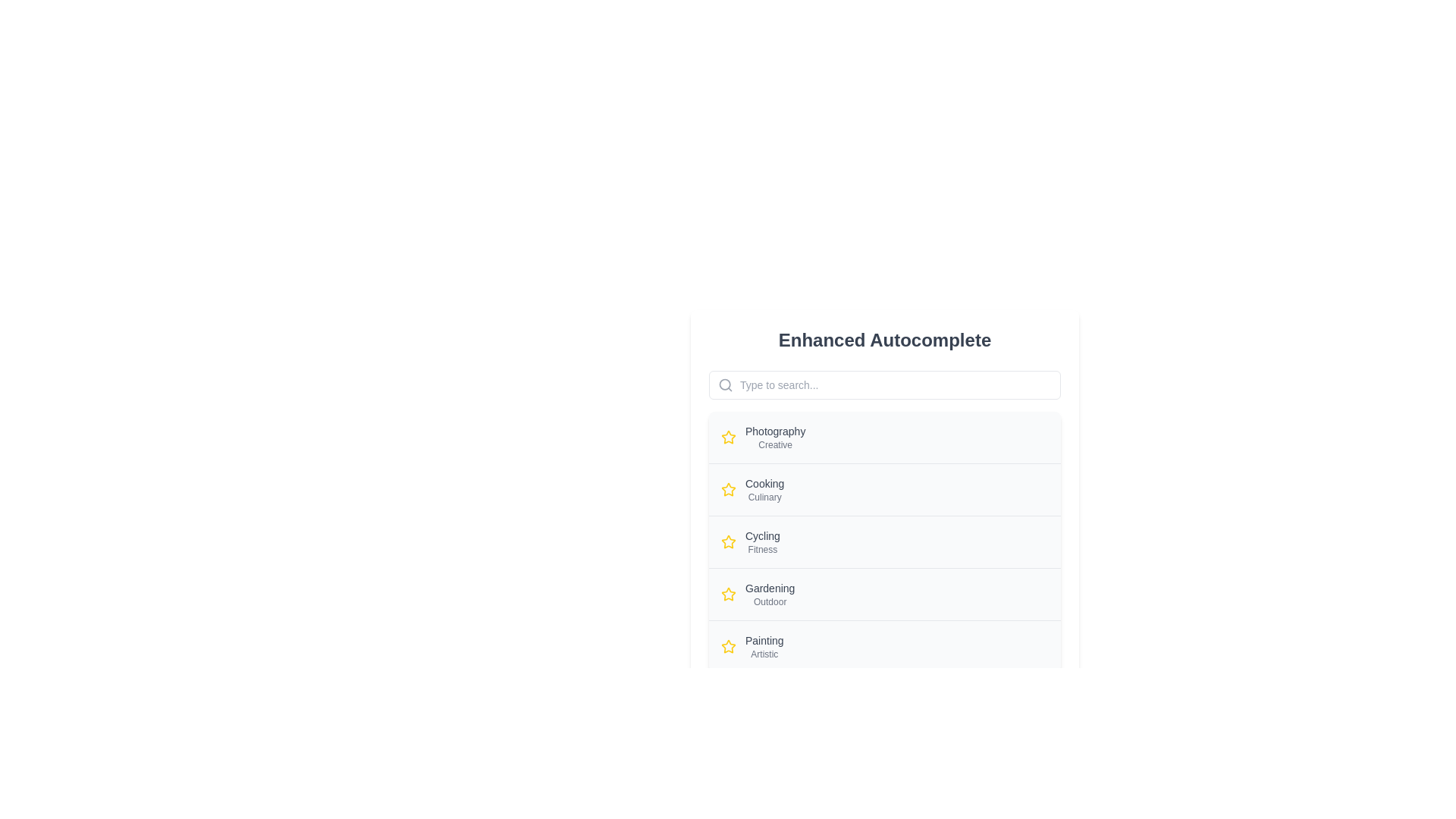  What do you see at coordinates (764, 640) in the screenshot?
I see `the Text Label positioned above the 'Artistic' label and next to the star icon in the lower segment of the list-like interface` at bounding box center [764, 640].